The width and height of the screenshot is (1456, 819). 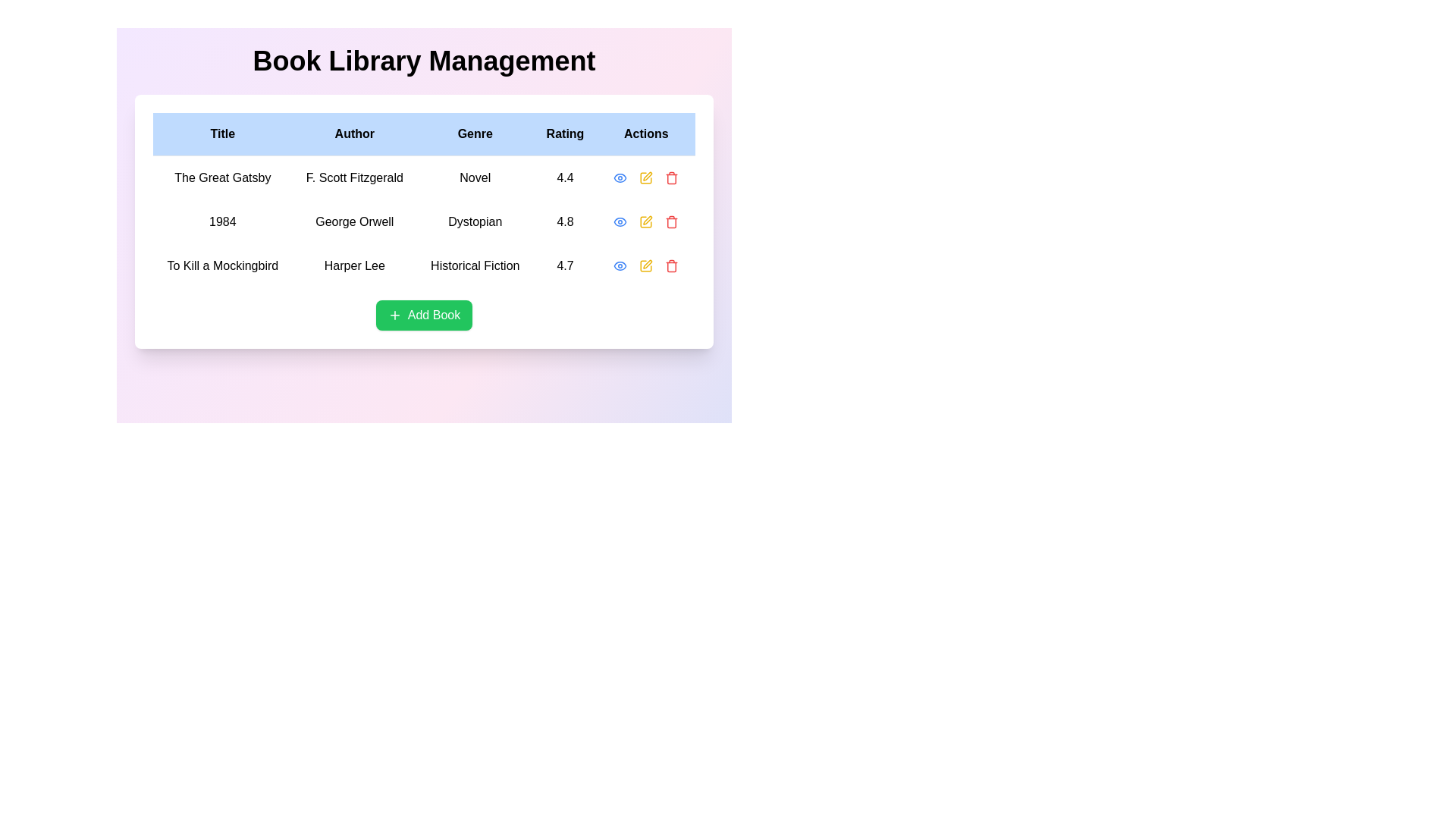 I want to click on the edit icon button located in the Action column of the first row of the book table for 'The Great Gatsby', so click(x=646, y=177).